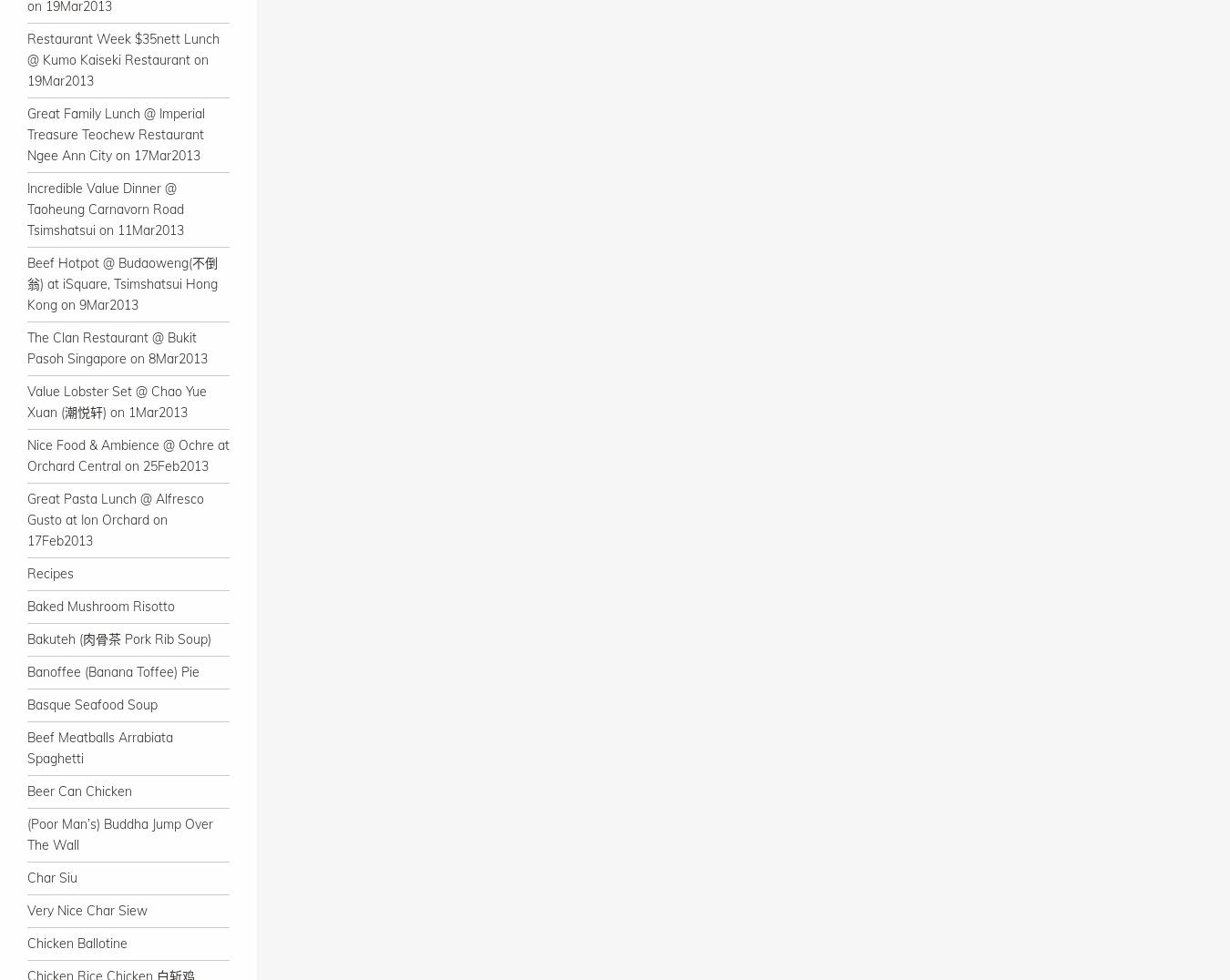  Describe the element at coordinates (123, 59) in the screenshot. I see `'Restaurant Week $35nett Lunch @ Kumo Kaiseki Restaurant on 19Mar2013'` at that location.